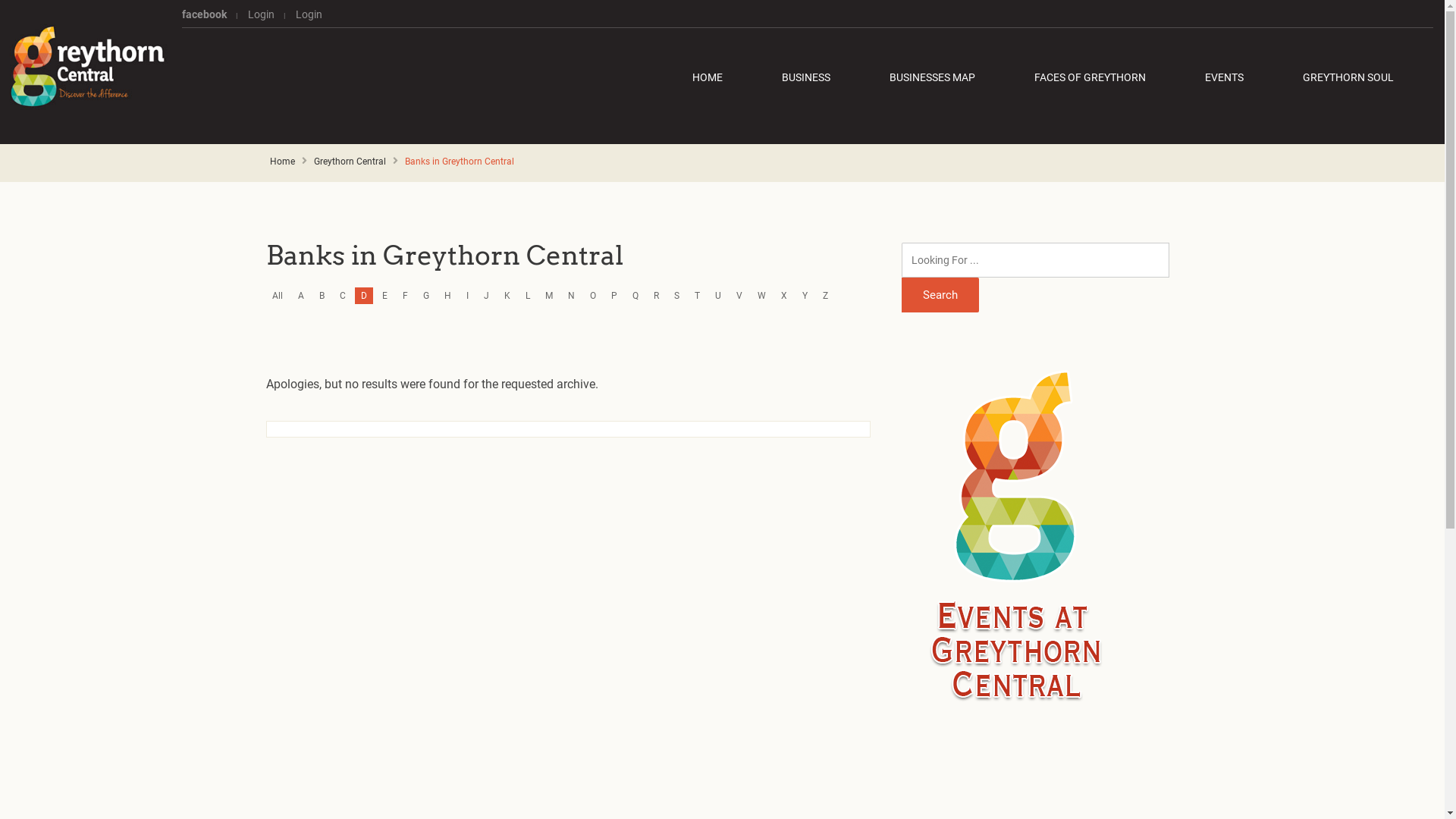 This screenshot has width=1456, height=819. Describe the element at coordinates (805, 77) in the screenshot. I see `'BUSINESS'` at that location.